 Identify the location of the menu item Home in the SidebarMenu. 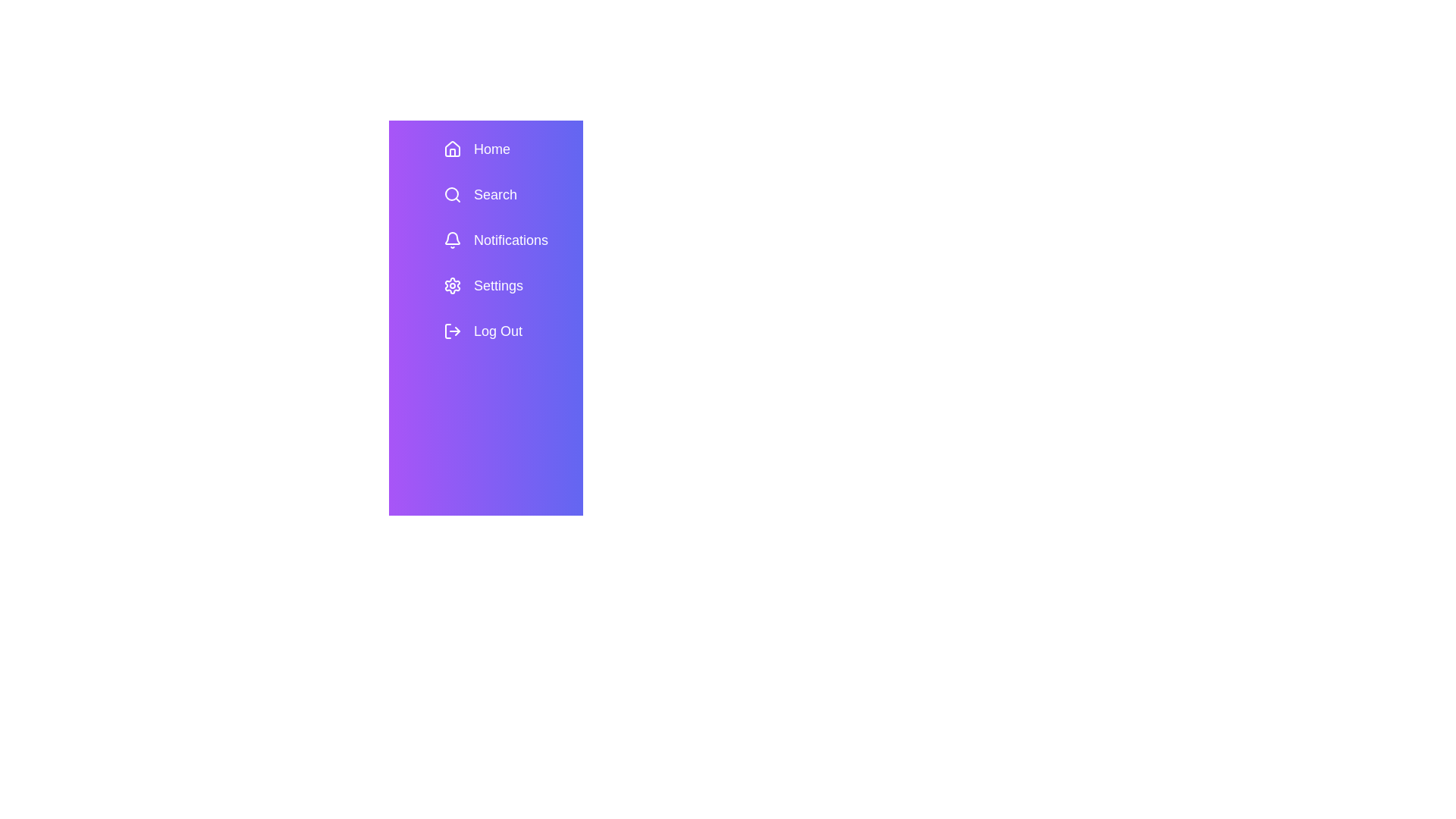
(507, 149).